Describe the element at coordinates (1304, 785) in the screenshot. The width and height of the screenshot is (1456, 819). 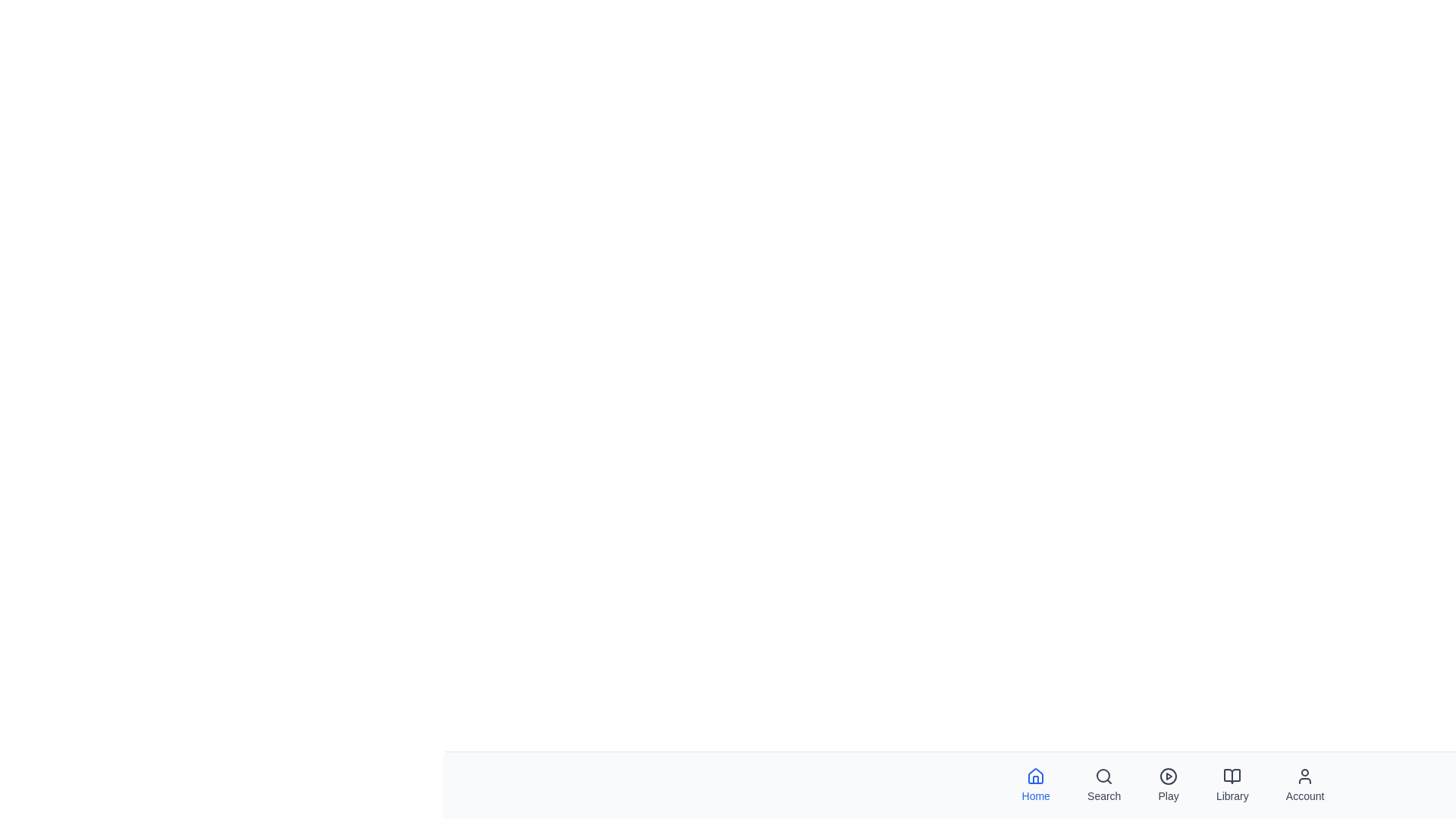
I see `the Account tab in the bottom navigation bar` at that location.